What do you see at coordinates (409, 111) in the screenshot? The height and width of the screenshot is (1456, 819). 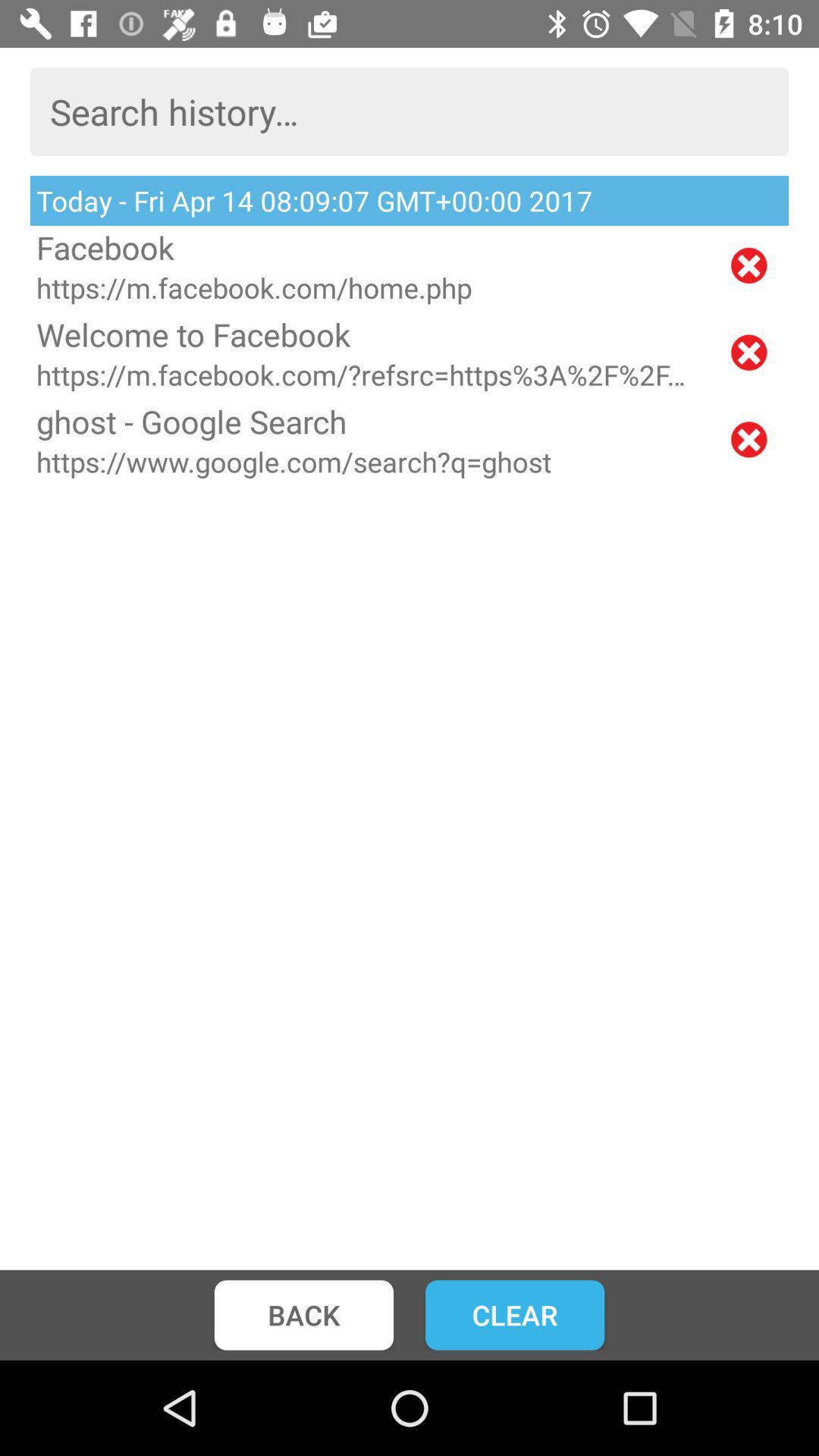 I see `the item above the today fri apr icon` at bounding box center [409, 111].